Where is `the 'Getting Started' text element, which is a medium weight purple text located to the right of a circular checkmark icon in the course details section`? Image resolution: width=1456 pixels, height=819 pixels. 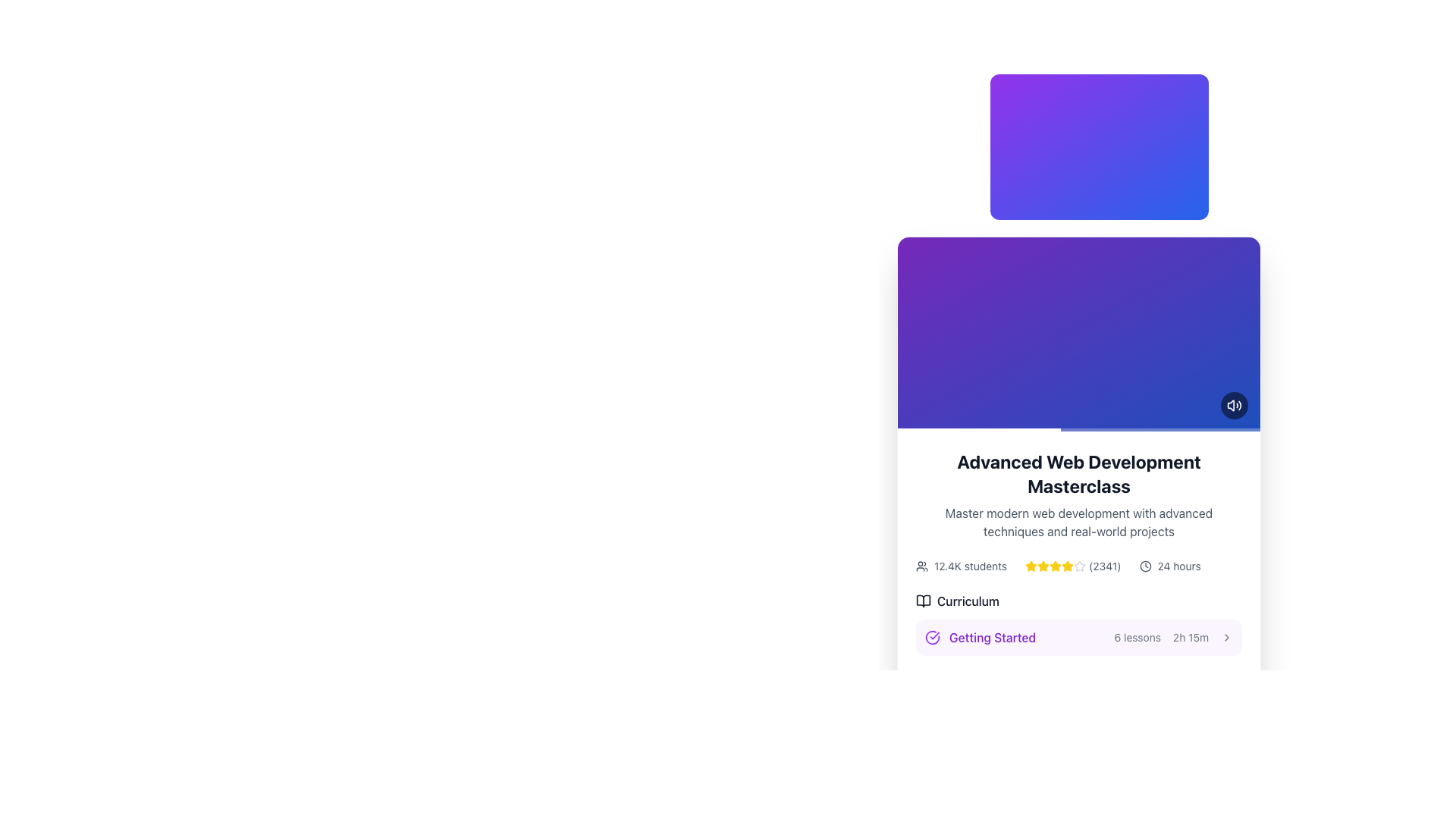 the 'Getting Started' text element, which is a medium weight purple text located to the right of a circular checkmark icon in the course details section is located at coordinates (993, 637).